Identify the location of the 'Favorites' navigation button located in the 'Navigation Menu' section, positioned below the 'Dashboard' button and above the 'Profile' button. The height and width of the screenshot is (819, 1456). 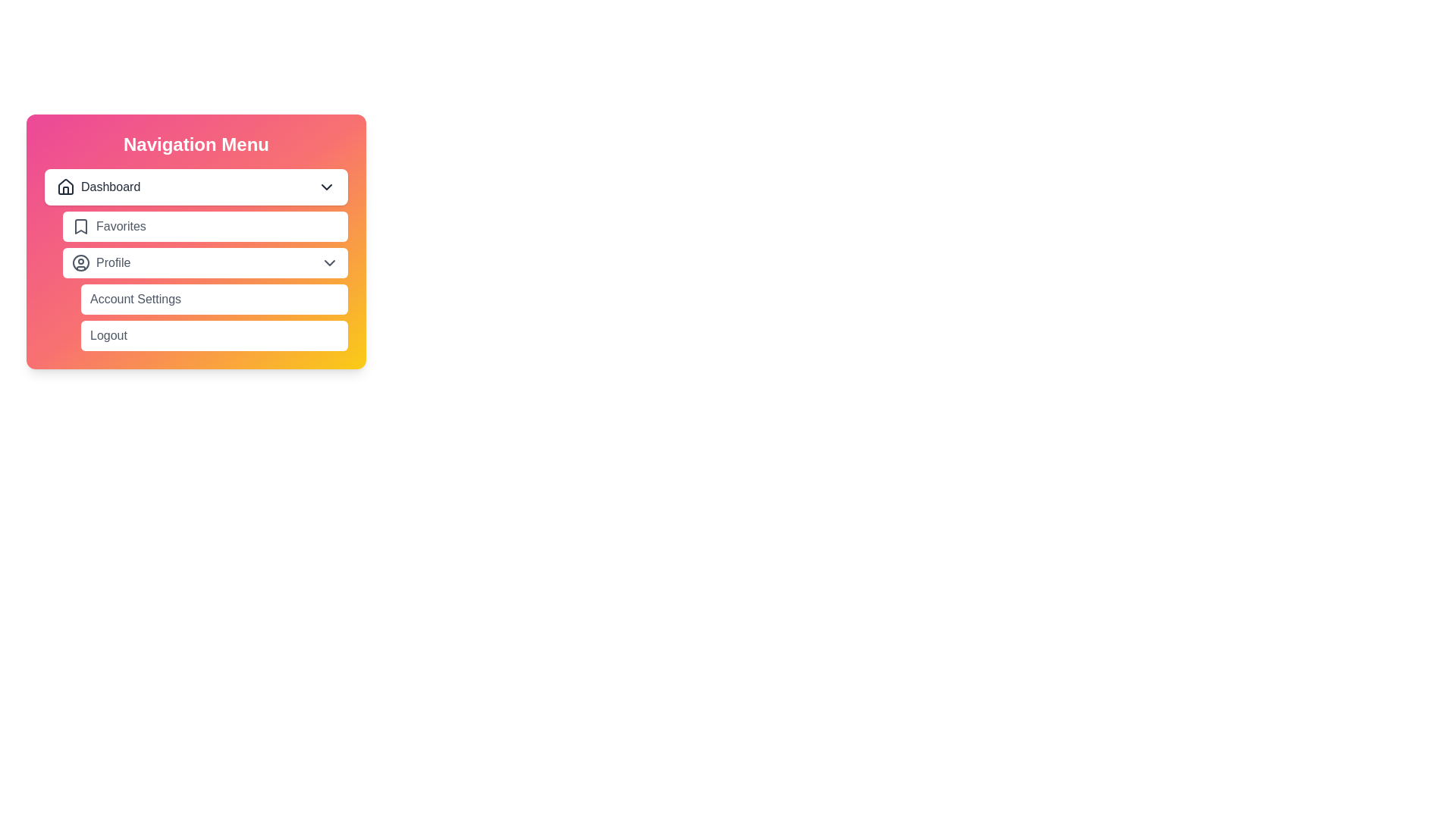
(196, 241).